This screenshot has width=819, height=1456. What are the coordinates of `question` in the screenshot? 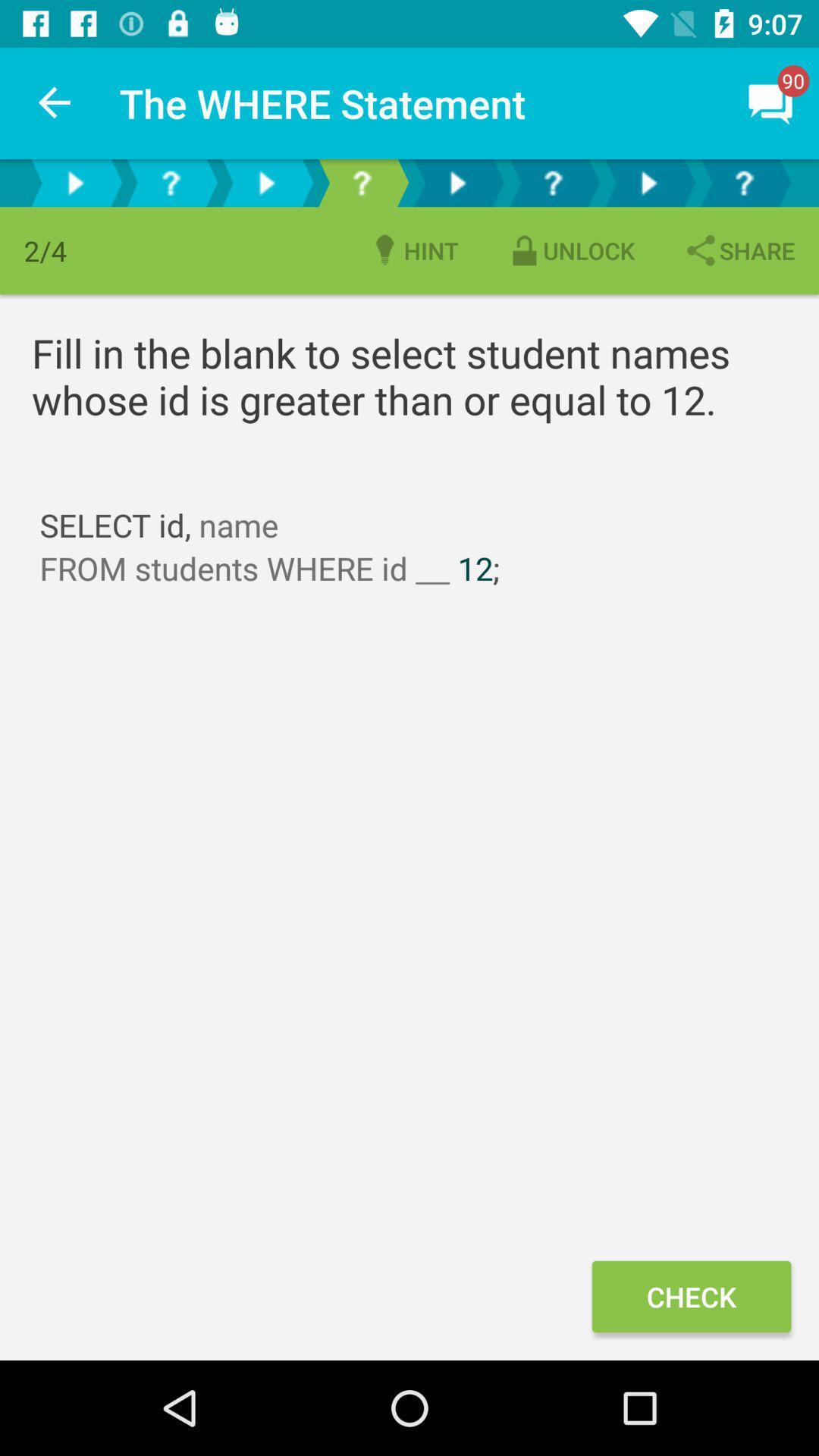 It's located at (170, 182).